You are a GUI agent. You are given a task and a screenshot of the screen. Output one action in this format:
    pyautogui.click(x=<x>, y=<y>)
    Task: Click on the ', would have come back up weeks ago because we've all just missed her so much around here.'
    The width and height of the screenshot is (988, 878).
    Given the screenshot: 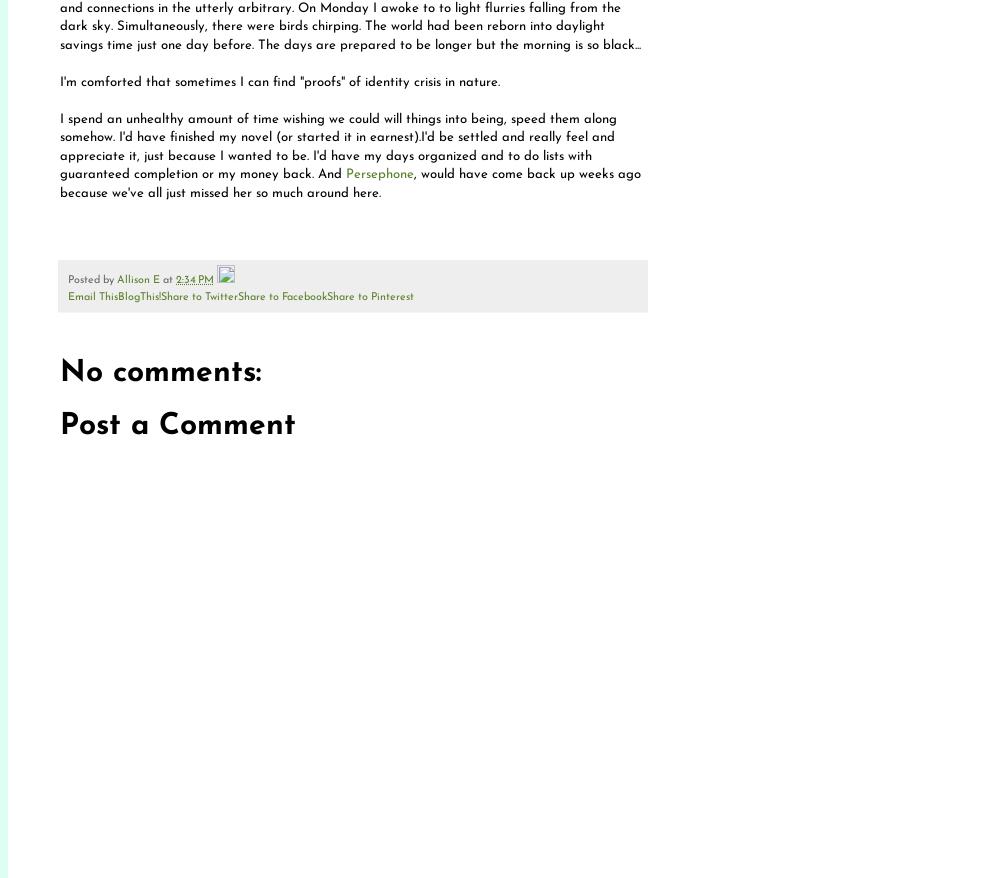 What is the action you would take?
    pyautogui.click(x=350, y=182)
    